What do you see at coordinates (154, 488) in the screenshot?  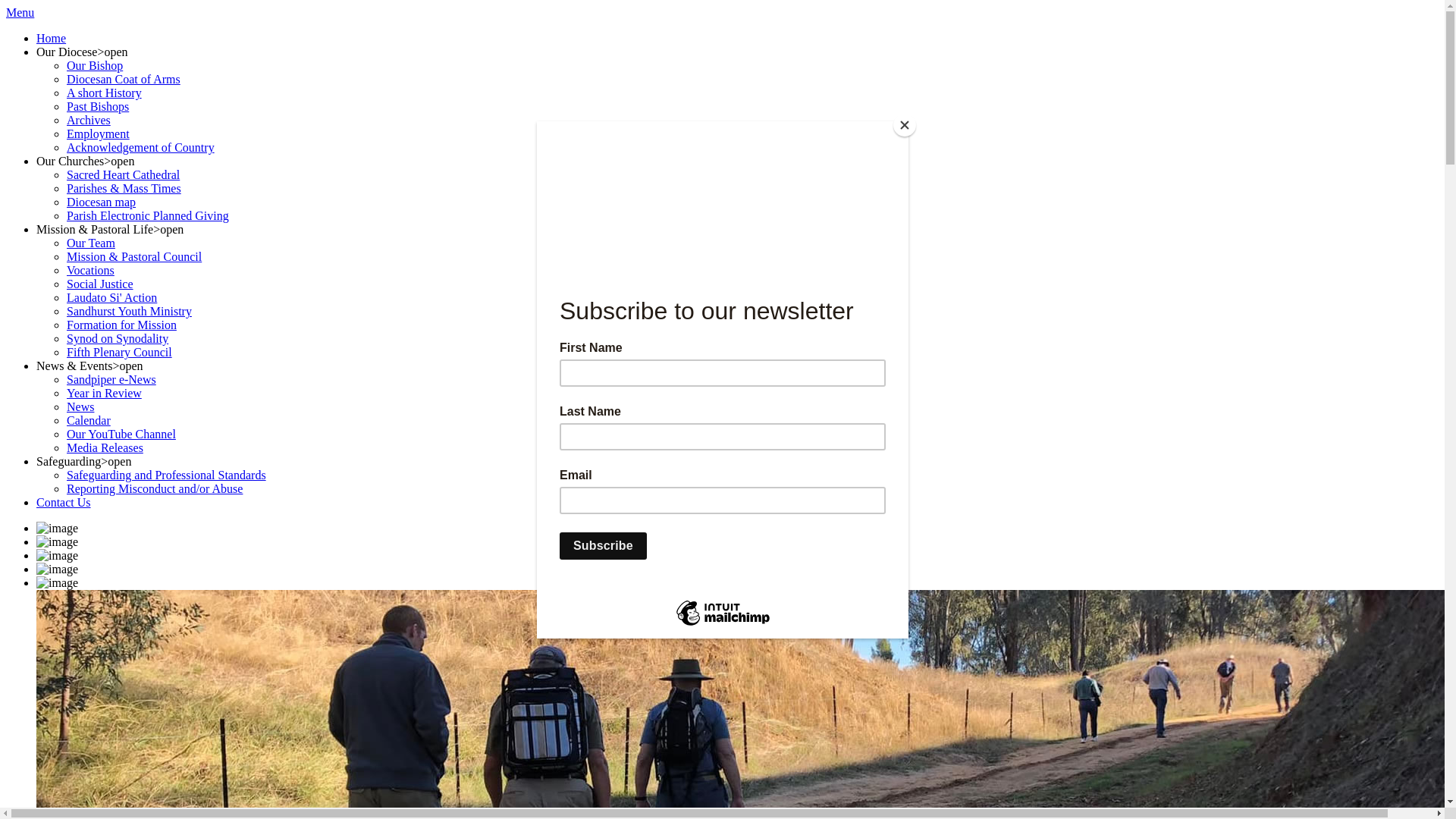 I see `'Reporting Misconduct and/or Abuse'` at bounding box center [154, 488].